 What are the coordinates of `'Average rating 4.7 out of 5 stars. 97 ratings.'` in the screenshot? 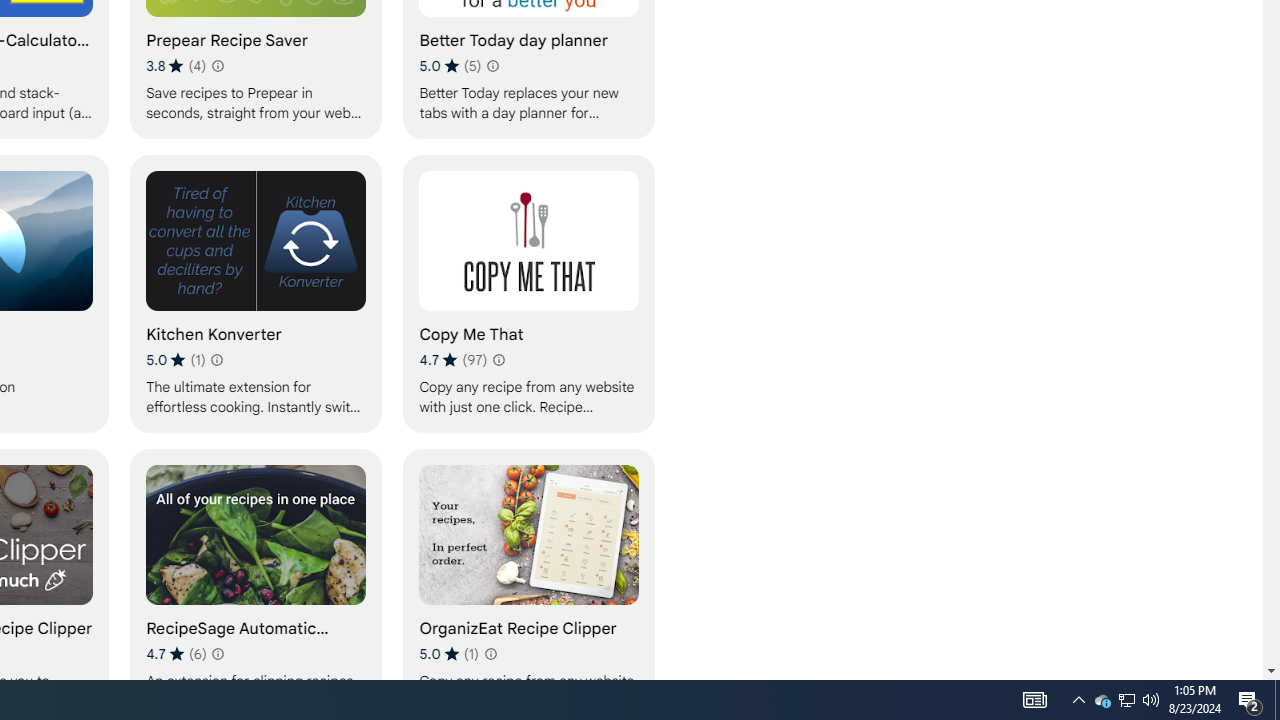 It's located at (452, 360).